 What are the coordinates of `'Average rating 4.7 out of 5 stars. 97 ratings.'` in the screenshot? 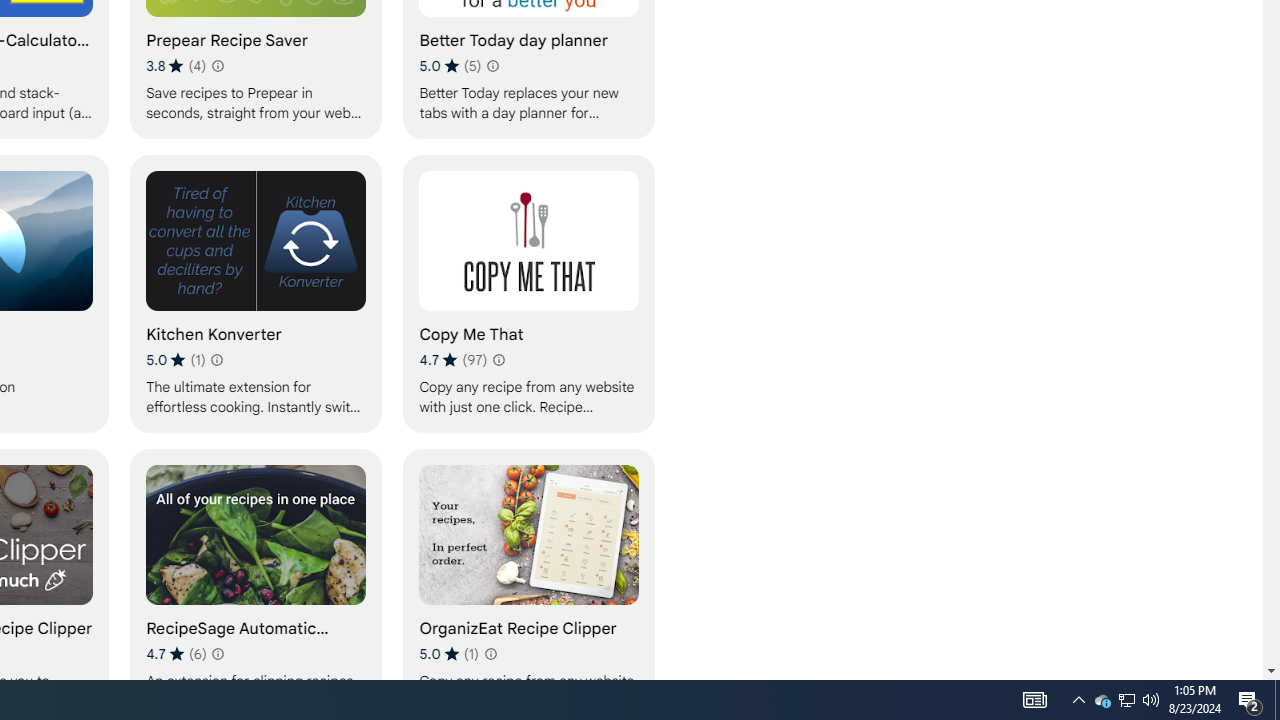 It's located at (452, 360).